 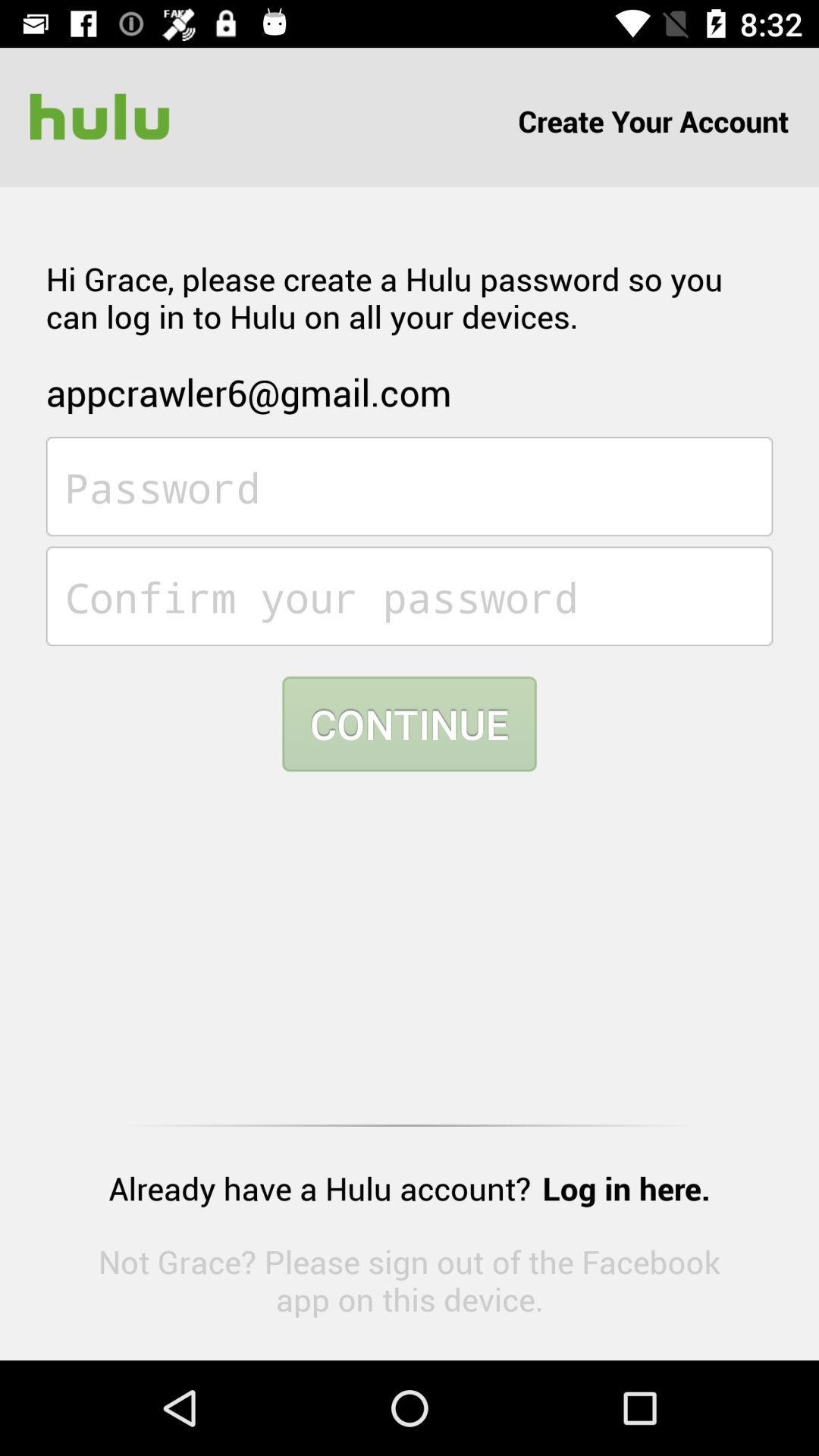 I want to click on the continue, so click(x=409, y=723).